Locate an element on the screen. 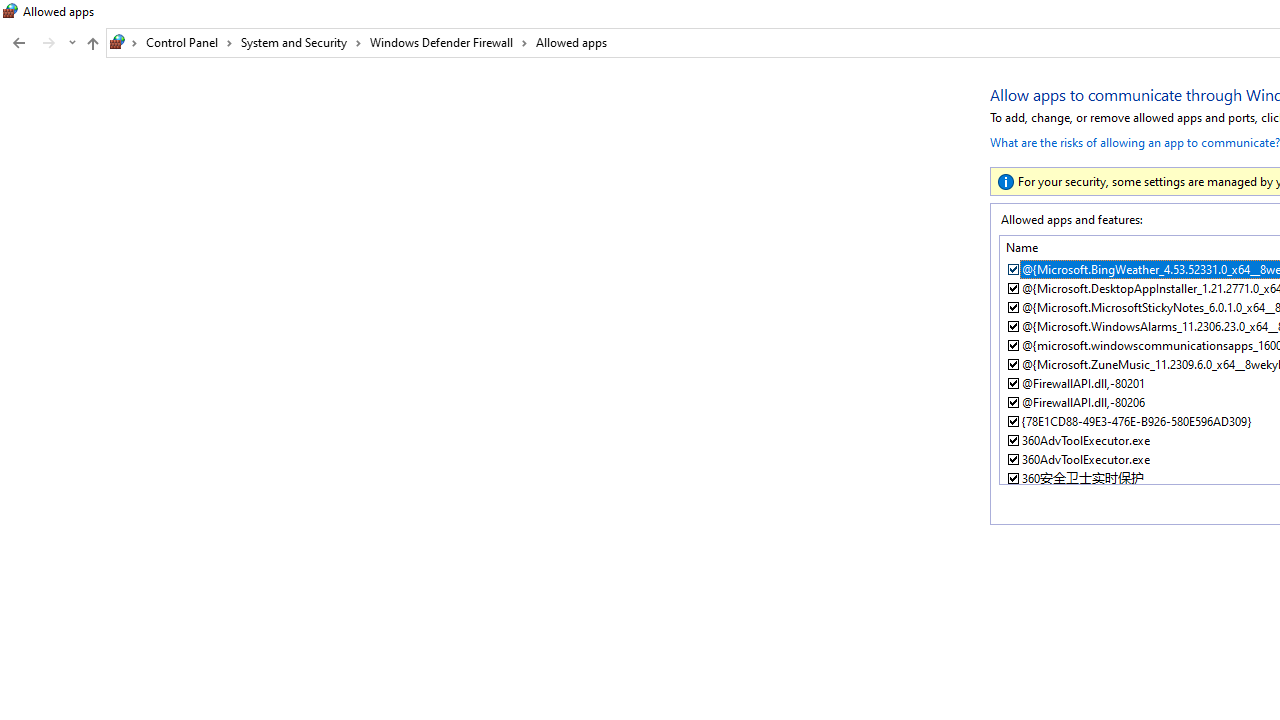  'Up band toolbar' is located at coordinates (91, 45).